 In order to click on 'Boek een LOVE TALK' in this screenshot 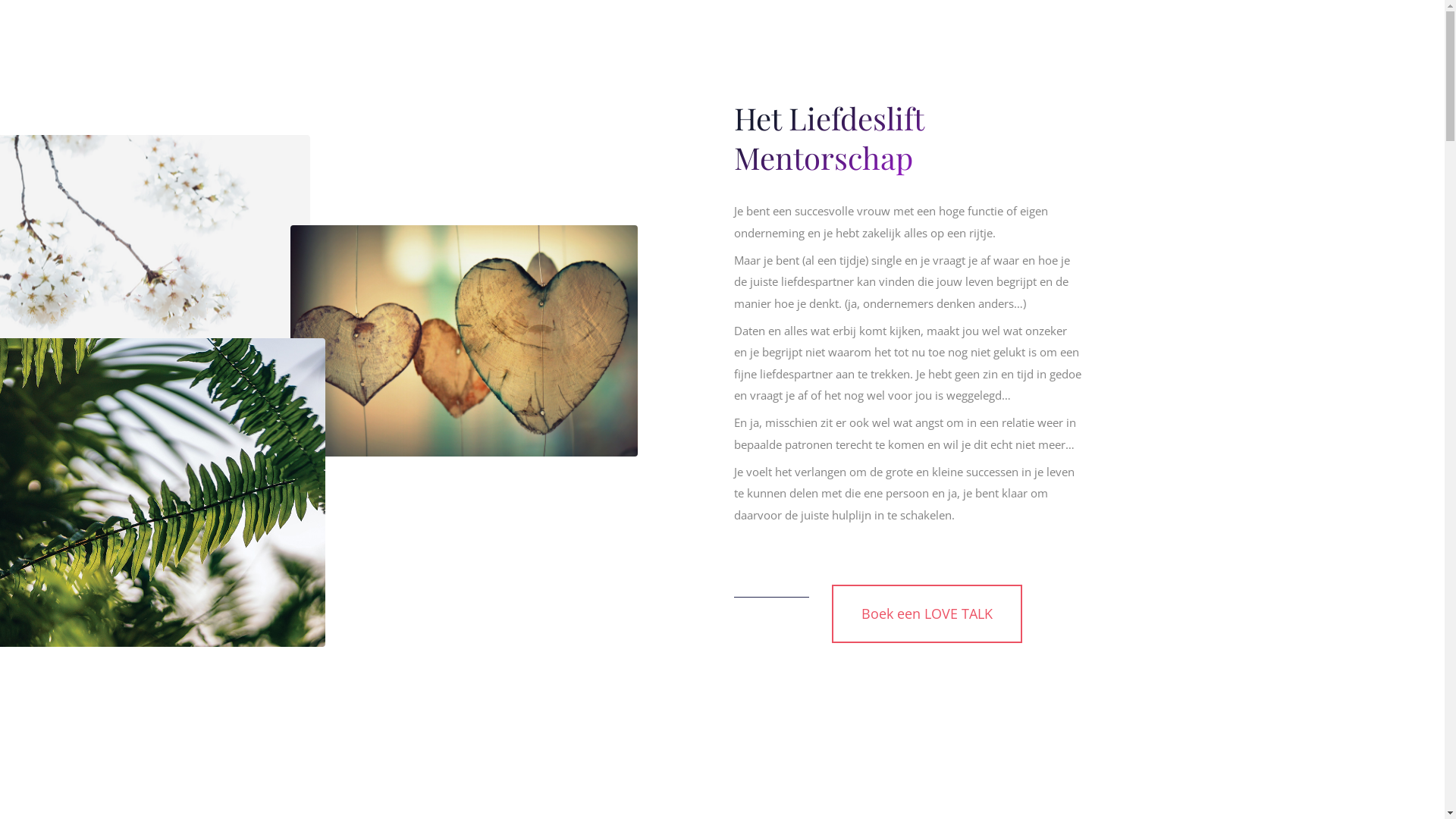, I will do `click(926, 613)`.